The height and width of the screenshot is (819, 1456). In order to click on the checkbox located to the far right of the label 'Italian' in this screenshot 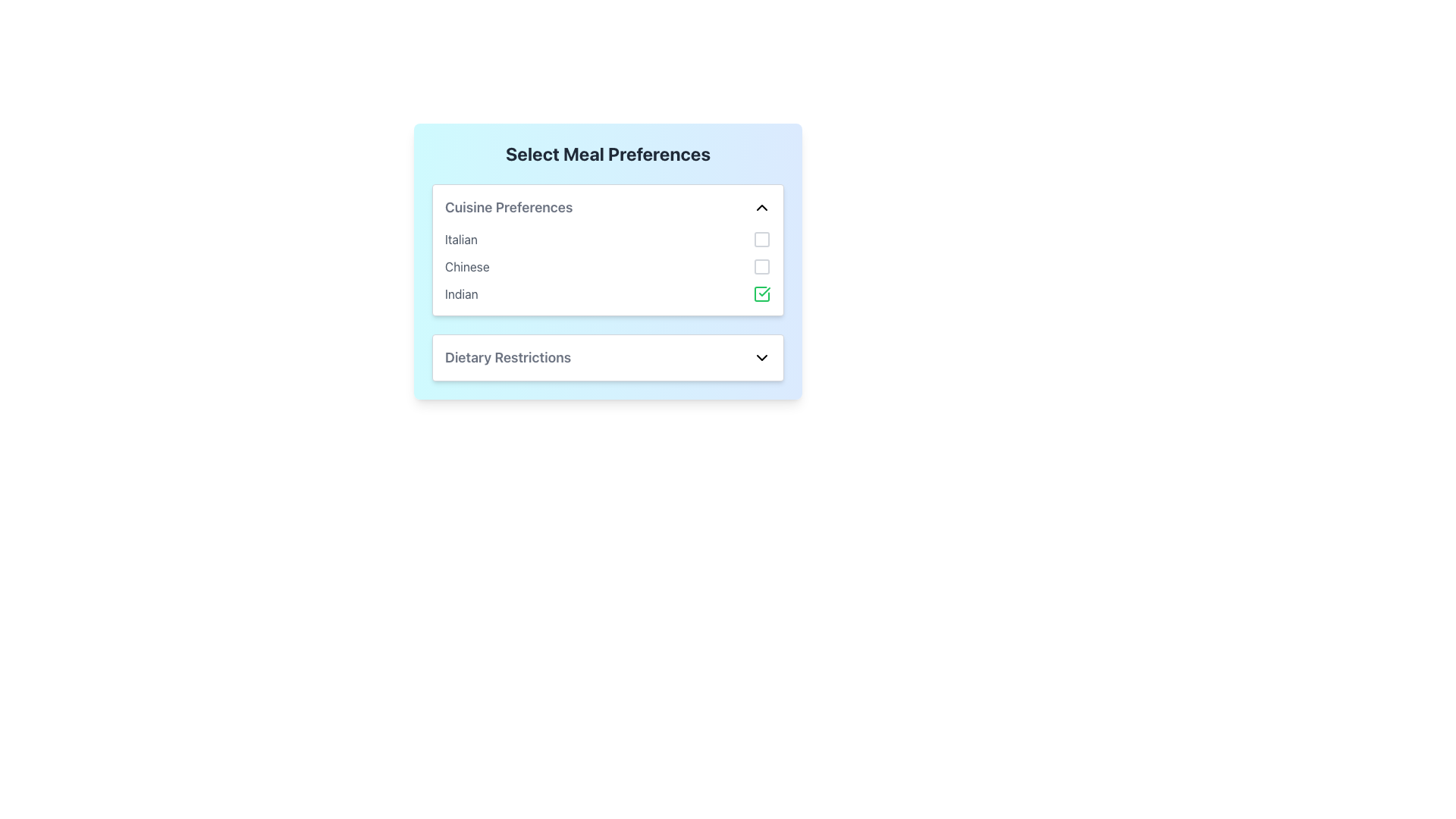, I will do `click(761, 239)`.